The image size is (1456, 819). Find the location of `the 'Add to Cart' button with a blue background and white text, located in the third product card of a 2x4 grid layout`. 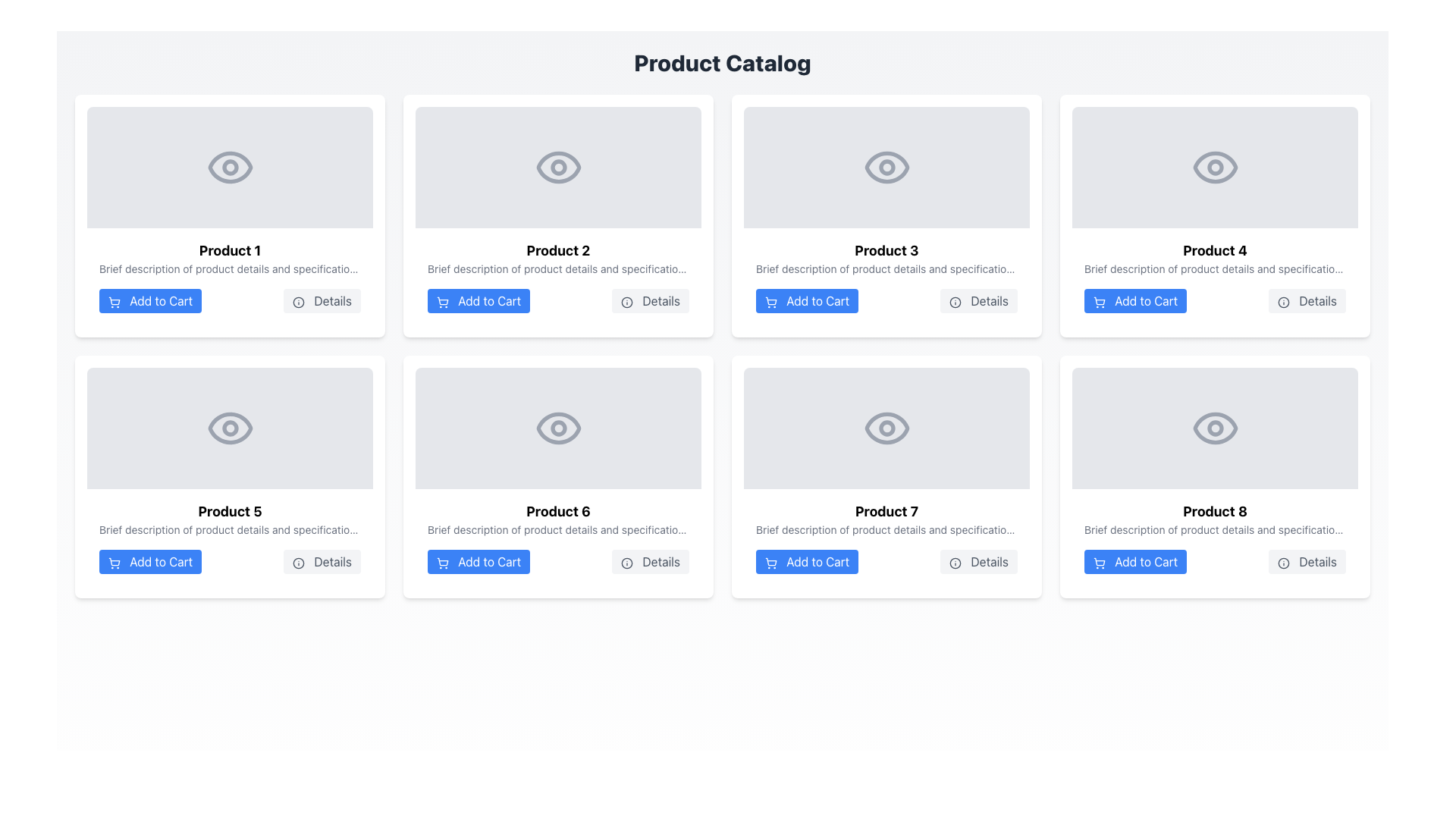

the 'Add to Cart' button with a blue background and white text, located in the third product card of a 2x4 grid layout is located at coordinates (806, 301).